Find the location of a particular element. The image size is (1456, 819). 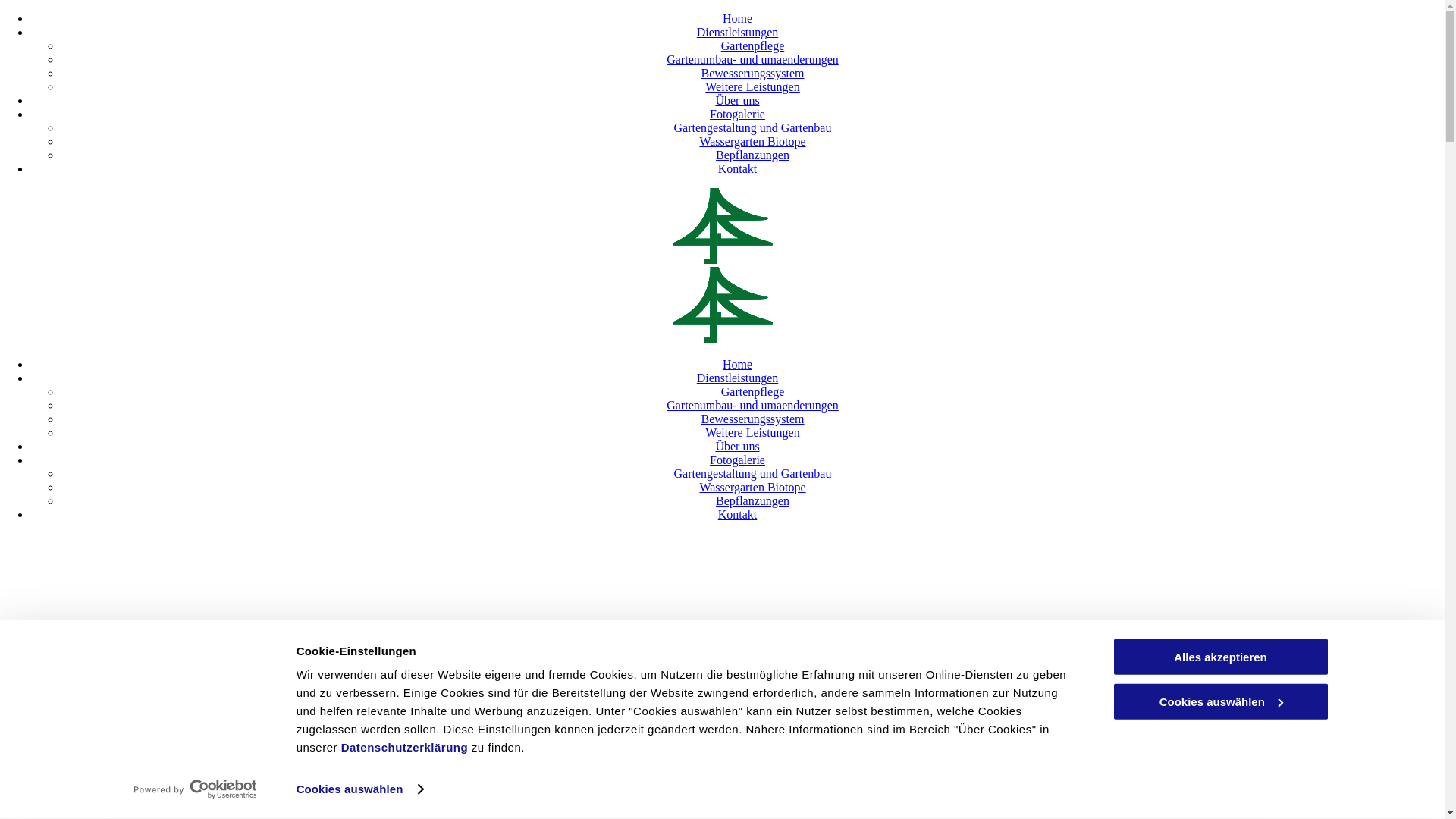

'Gartenumbau- und umaenderungen' is located at coordinates (666, 404).